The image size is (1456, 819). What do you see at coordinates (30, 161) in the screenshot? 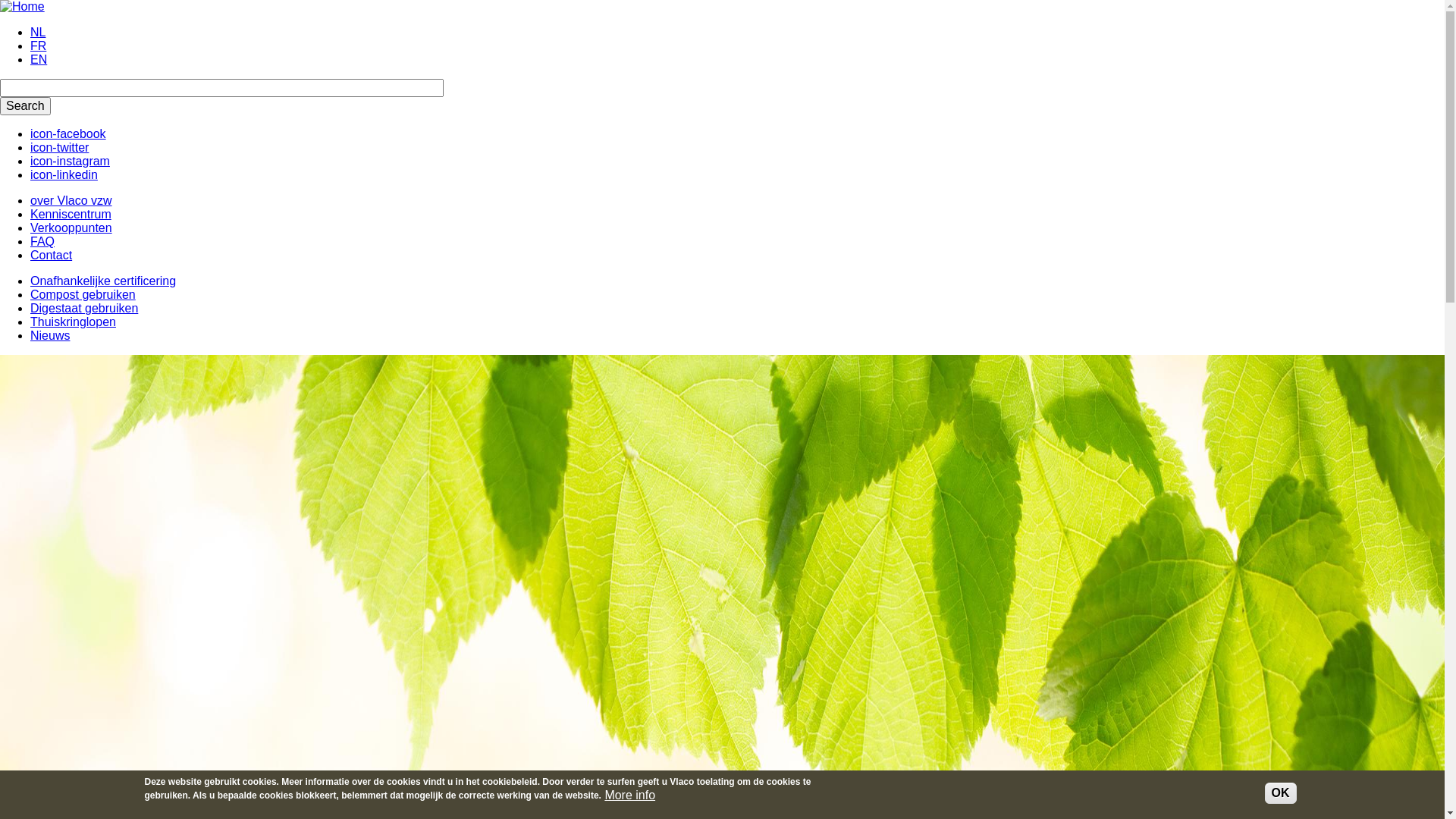
I see `'icon-instagram'` at bounding box center [30, 161].